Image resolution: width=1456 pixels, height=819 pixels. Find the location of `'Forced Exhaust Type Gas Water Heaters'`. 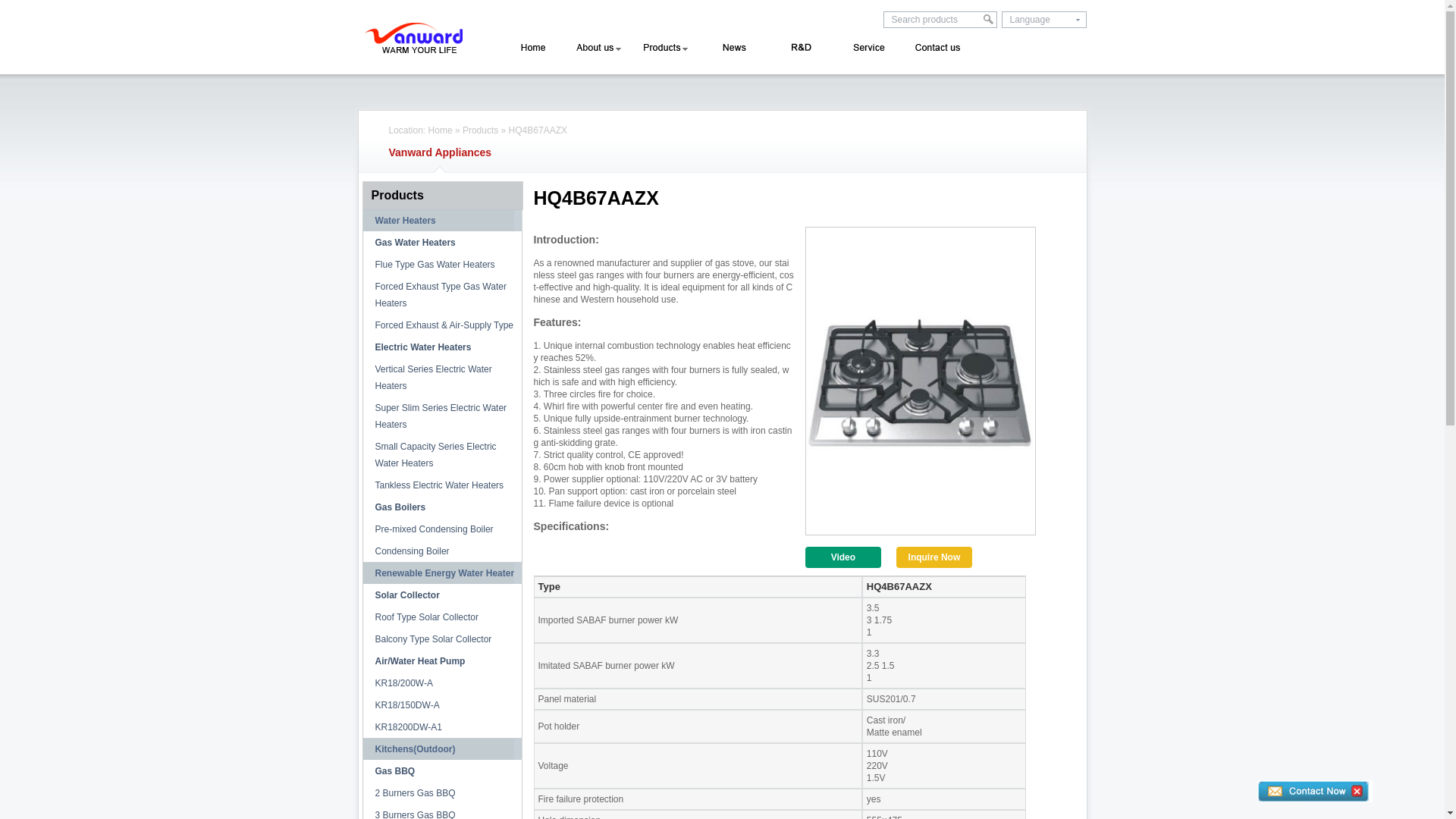

'Forced Exhaust Type Gas Water Heaters' is located at coordinates (441, 295).